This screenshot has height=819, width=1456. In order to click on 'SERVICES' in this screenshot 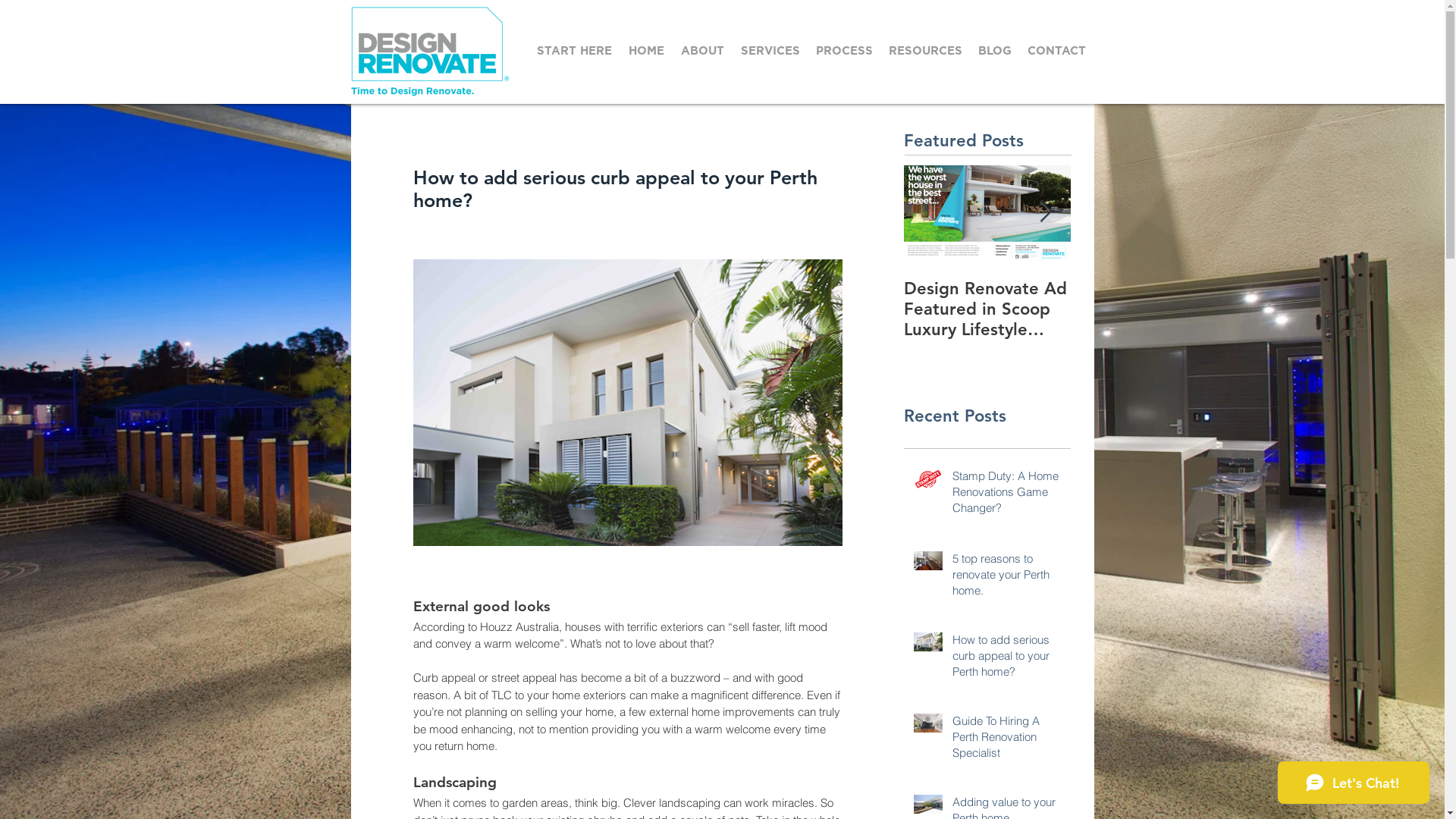, I will do `click(770, 50)`.